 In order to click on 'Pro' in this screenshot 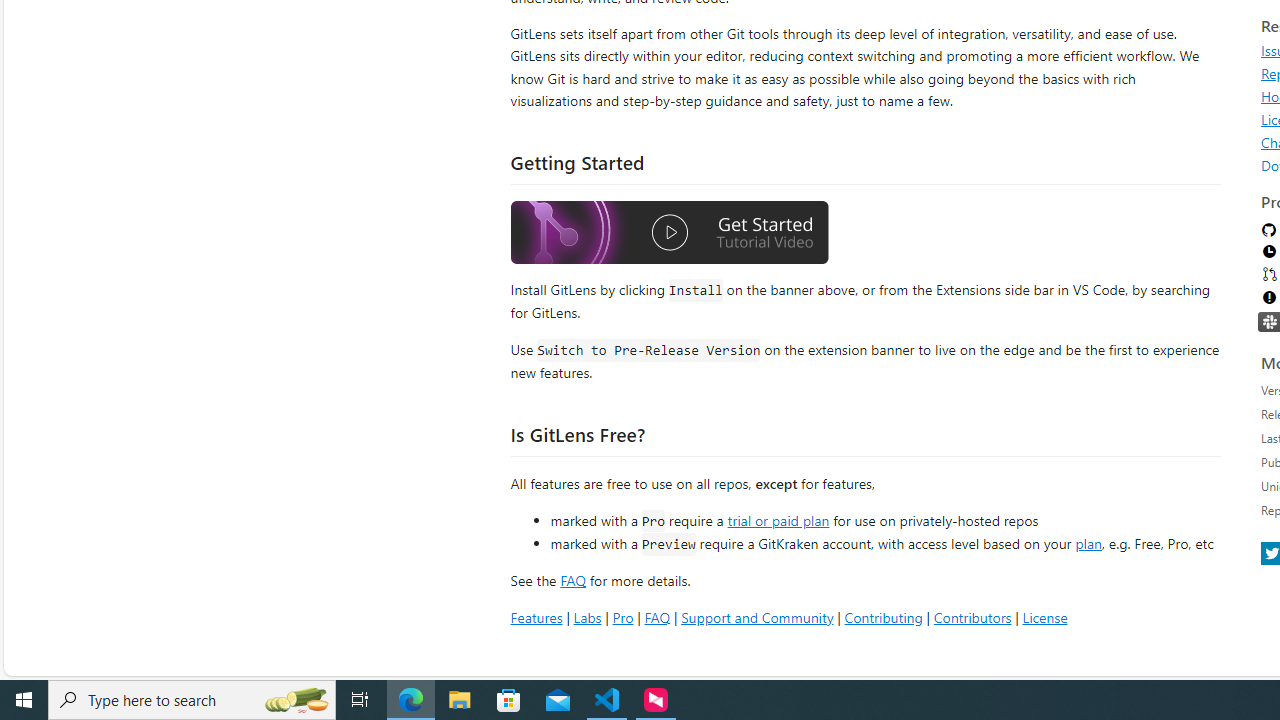, I will do `click(621, 616)`.